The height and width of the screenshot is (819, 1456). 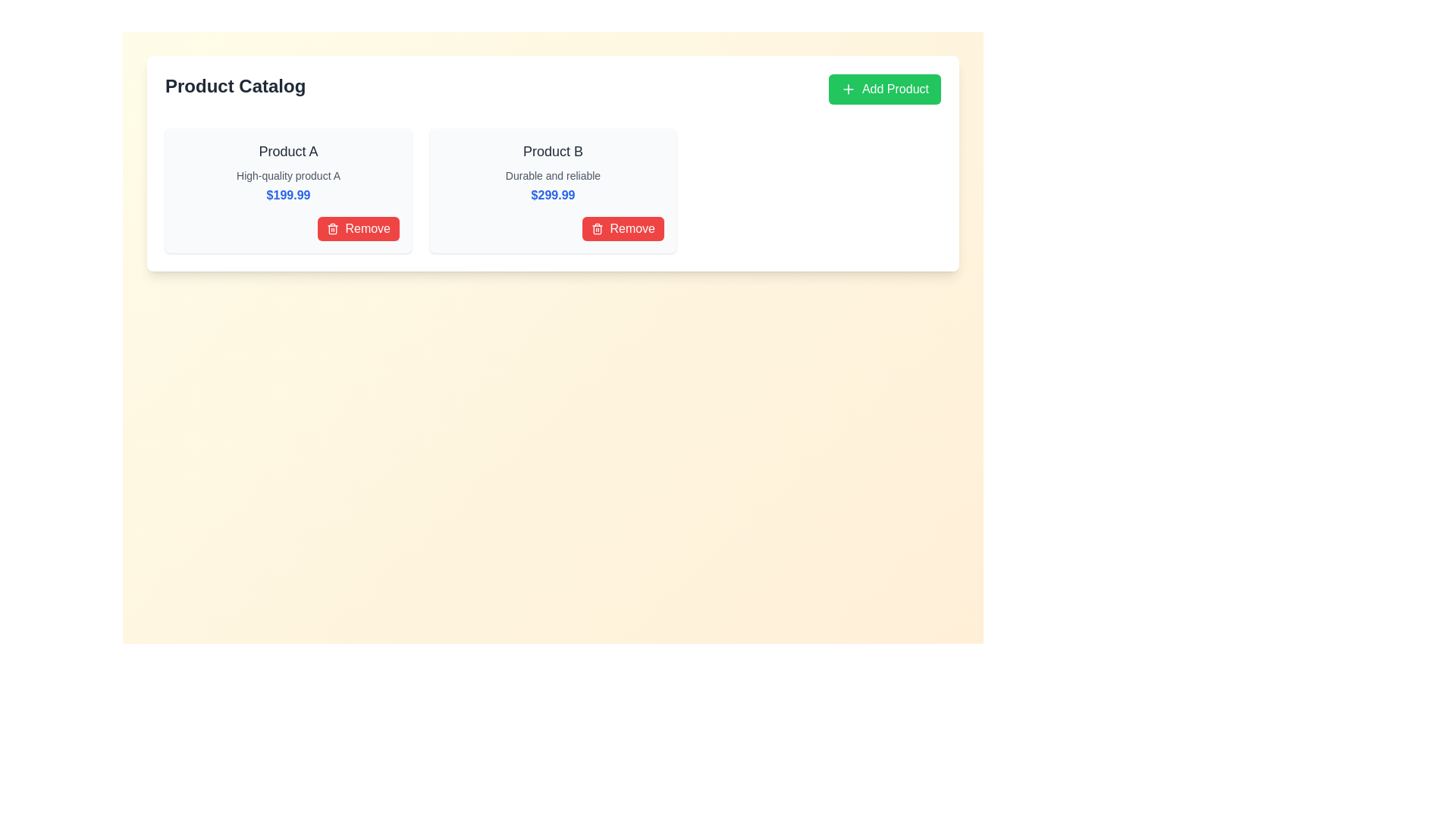 I want to click on the text label displaying 'High-quality product A', which is located within the gray box for 'Product A', to associate clicking actions with surrounding elements, so click(x=288, y=174).